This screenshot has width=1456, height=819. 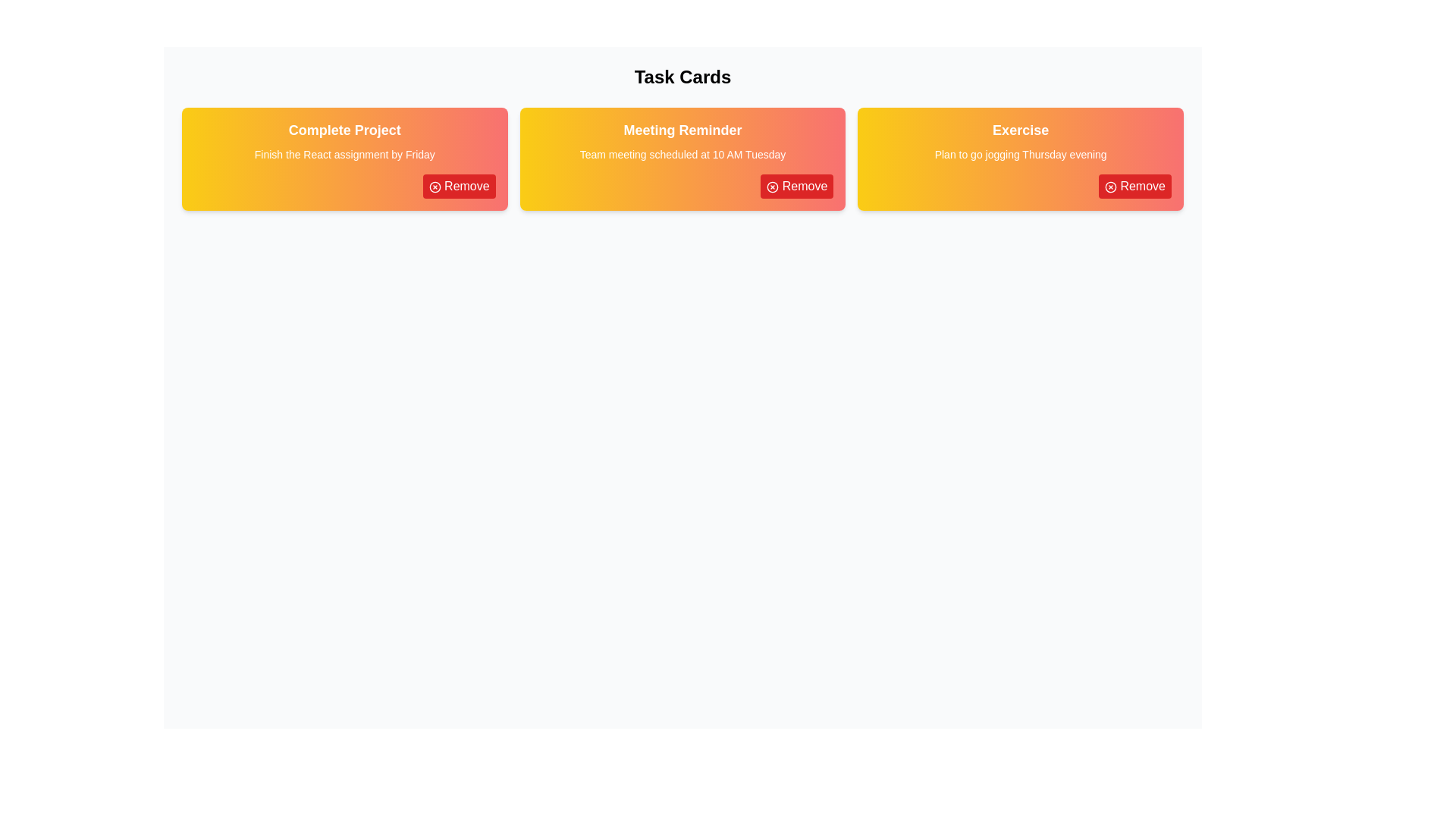 I want to click on 'Remove' button for the card titled 'Meeting Reminder', so click(x=796, y=186).